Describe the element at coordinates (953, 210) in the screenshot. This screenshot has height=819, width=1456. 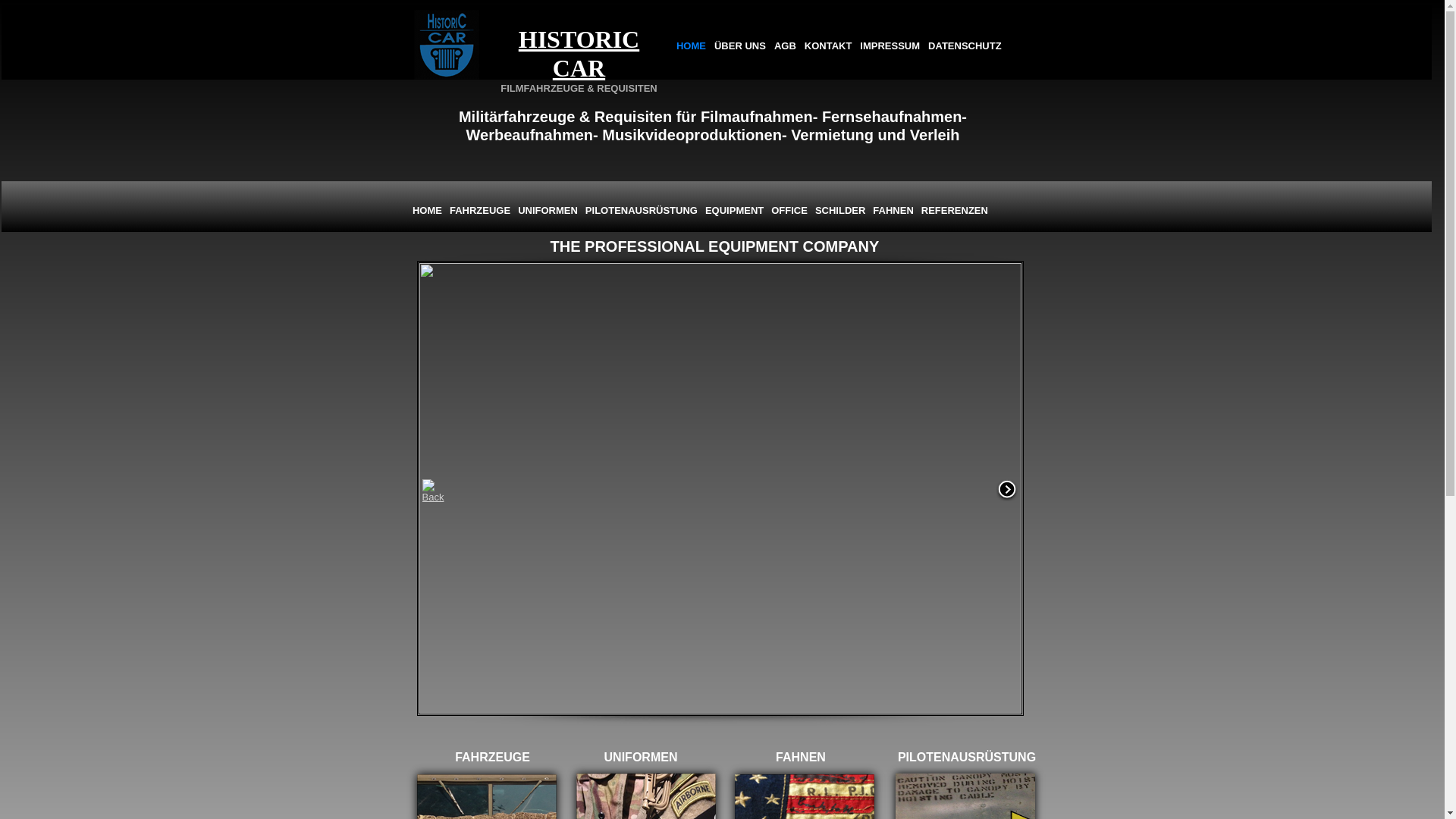
I see `'REFERENZEN'` at that location.